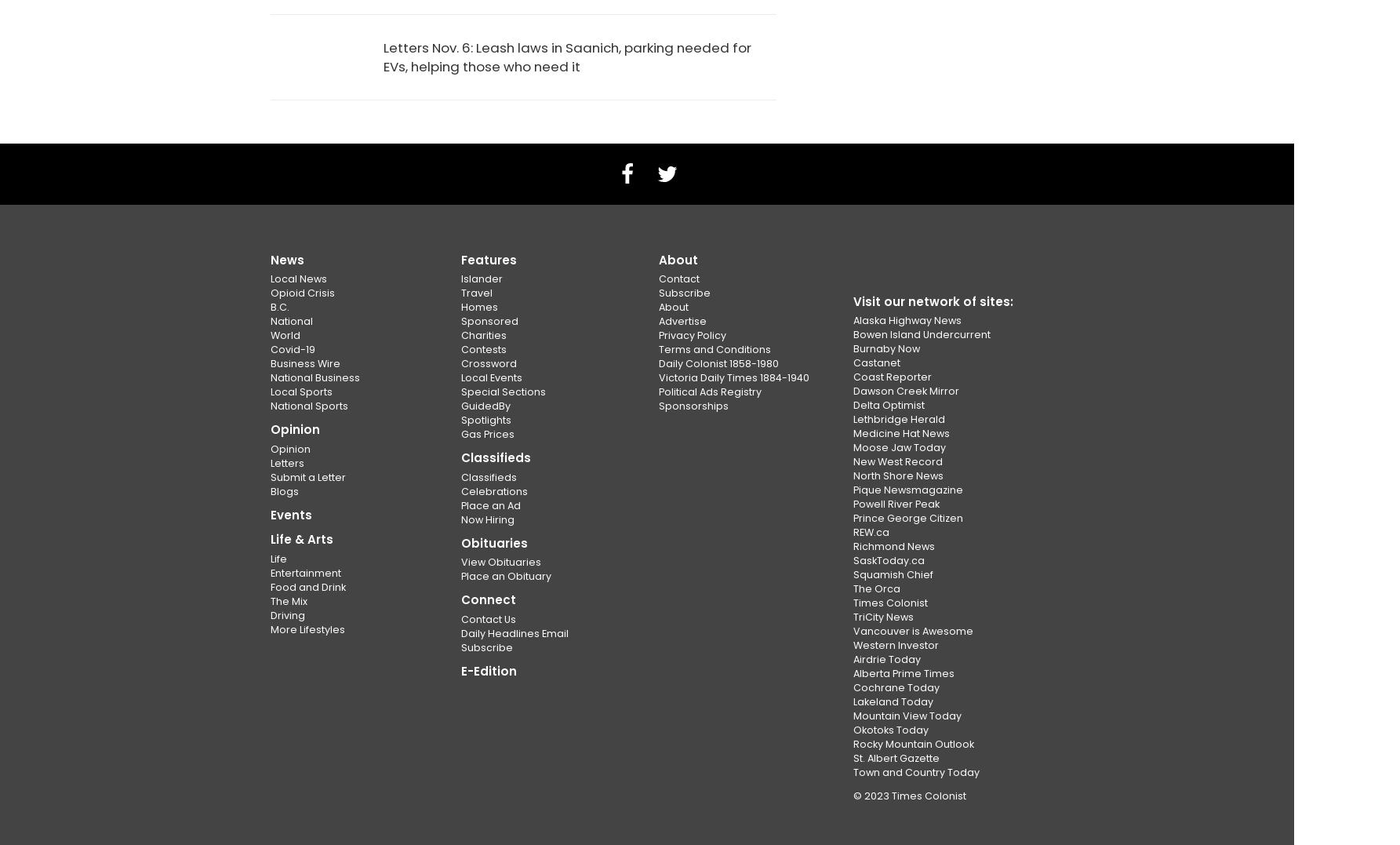 The image size is (1400, 845). I want to click on 'Times Colonist', so click(853, 602).